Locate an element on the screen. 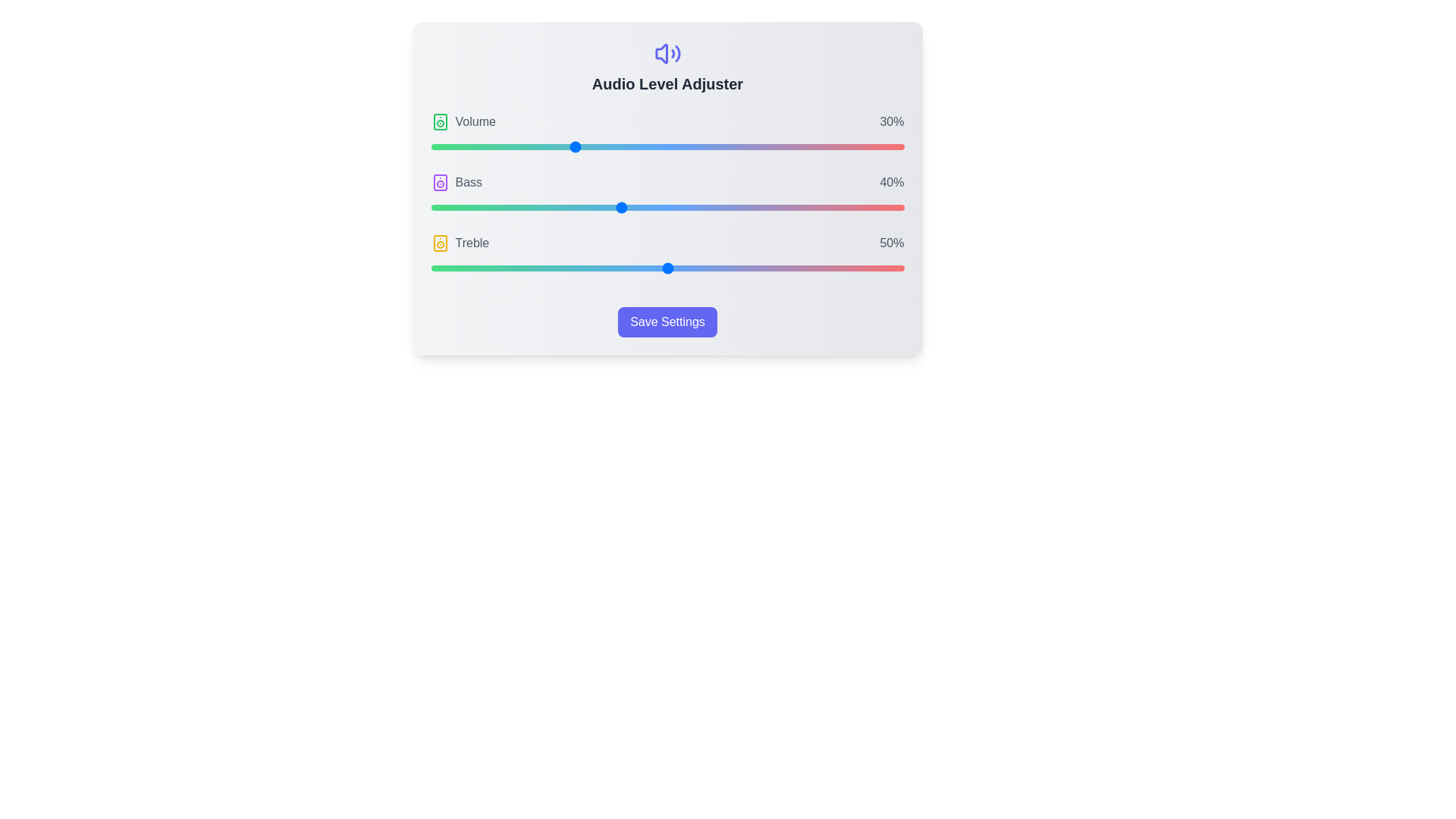 This screenshot has height=819, width=1456. 'Save Settings' button to save the current audio settings is located at coordinates (667, 321).